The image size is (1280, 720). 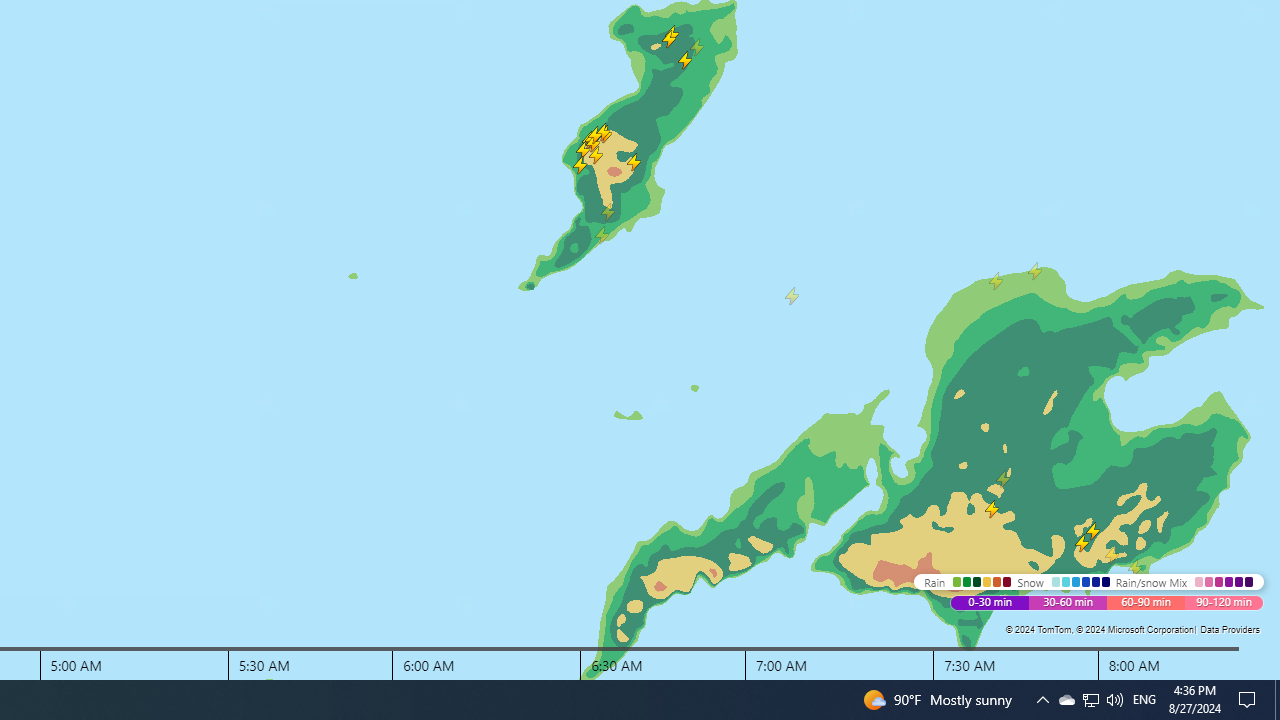 What do you see at coordinates (1113, 698) in the screenshot?
I see `'User Promoted Notification Area'` at bounding box center [1113, 698].